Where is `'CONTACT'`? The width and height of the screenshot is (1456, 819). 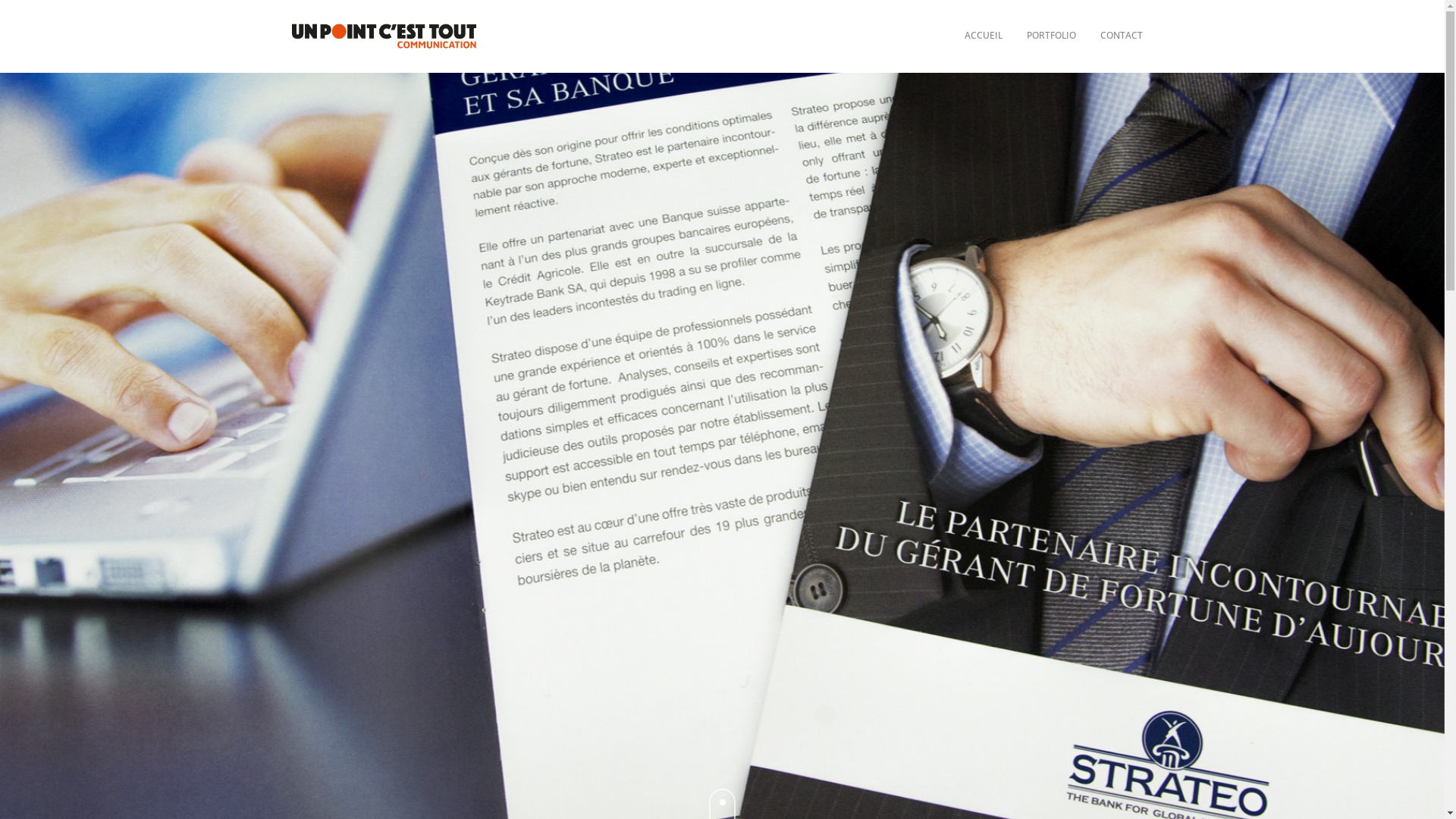
'CONTACT' is located at coordinates (1121, 35).